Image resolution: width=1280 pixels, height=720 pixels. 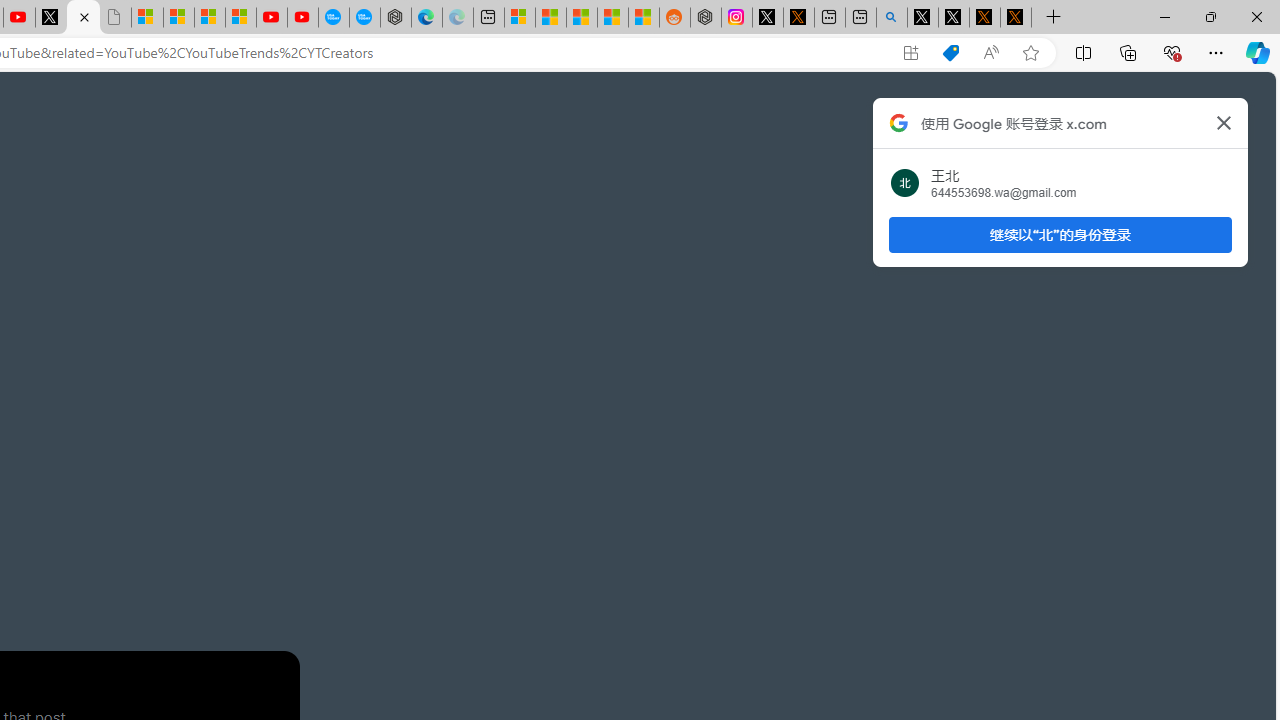 I want to click on 'Add this page to favorites (Ctrl+D)', so click(x=1031, y=52).